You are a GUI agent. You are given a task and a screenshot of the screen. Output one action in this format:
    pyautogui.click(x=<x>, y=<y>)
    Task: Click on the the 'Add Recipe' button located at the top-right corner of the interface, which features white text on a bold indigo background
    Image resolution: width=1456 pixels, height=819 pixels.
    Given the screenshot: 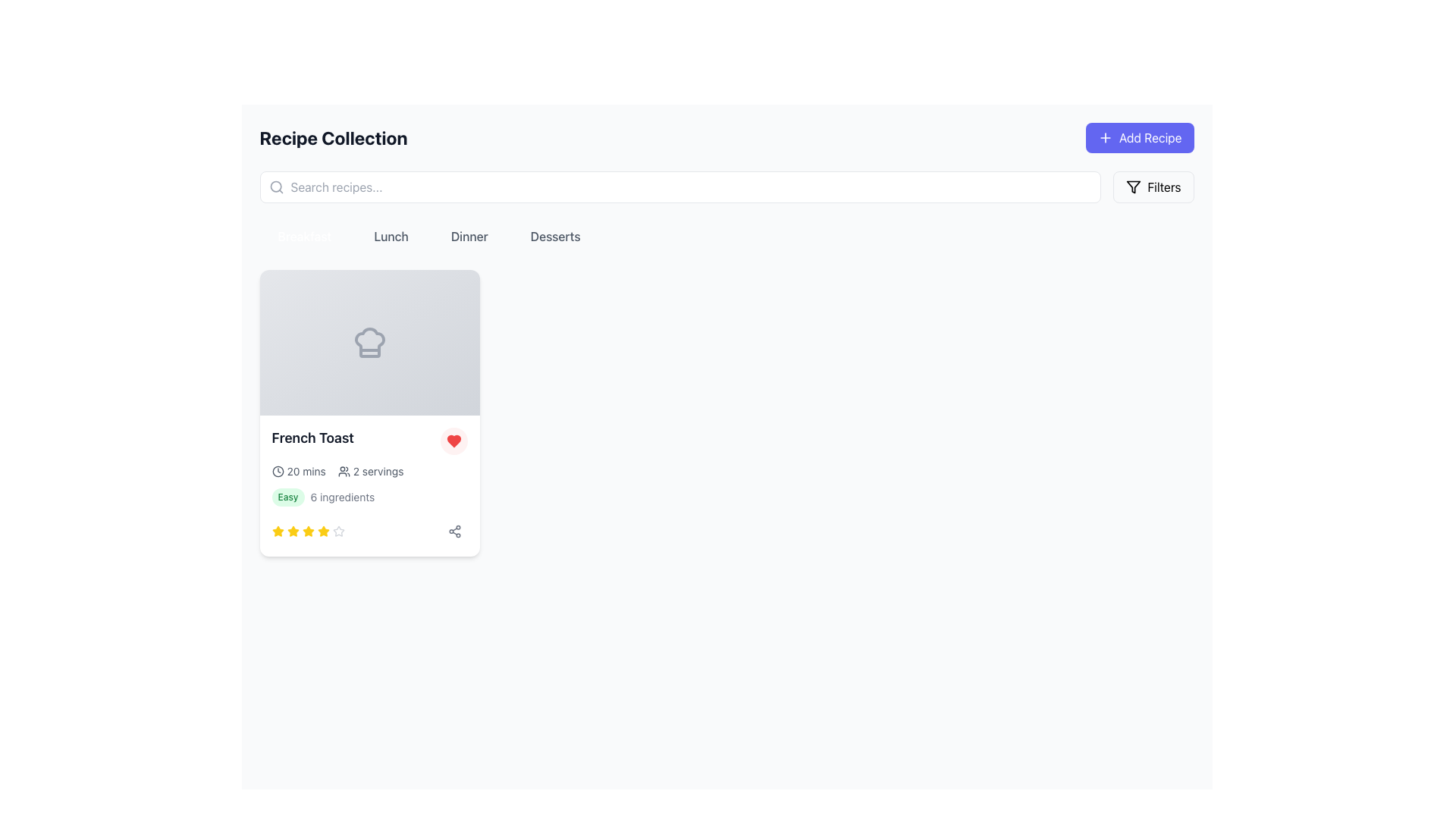 What is the action you would take?
    pyautogui.click(x=1150, y=137)
    